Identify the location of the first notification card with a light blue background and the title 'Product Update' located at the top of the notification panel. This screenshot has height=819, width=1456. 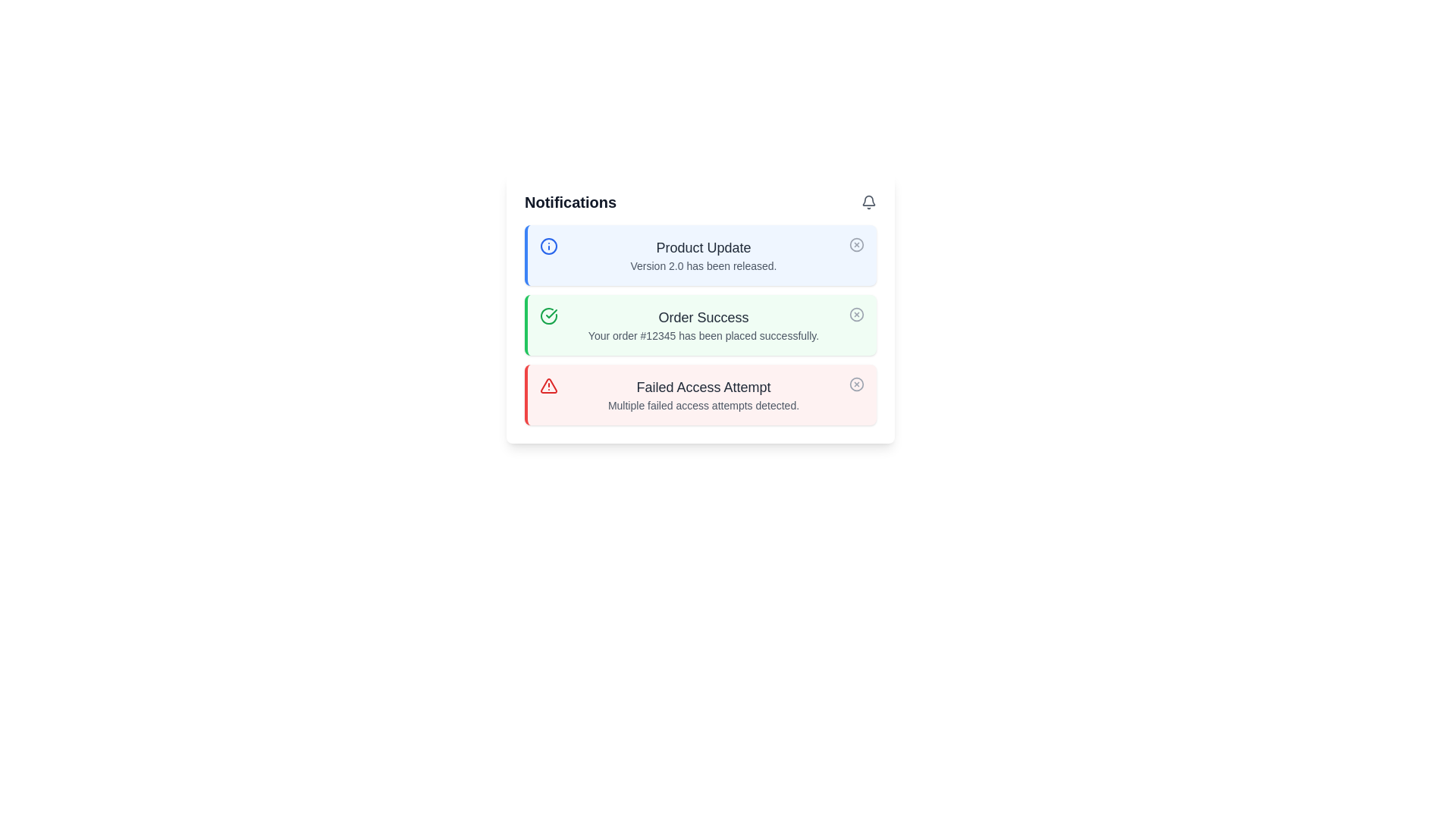
(700, 254).